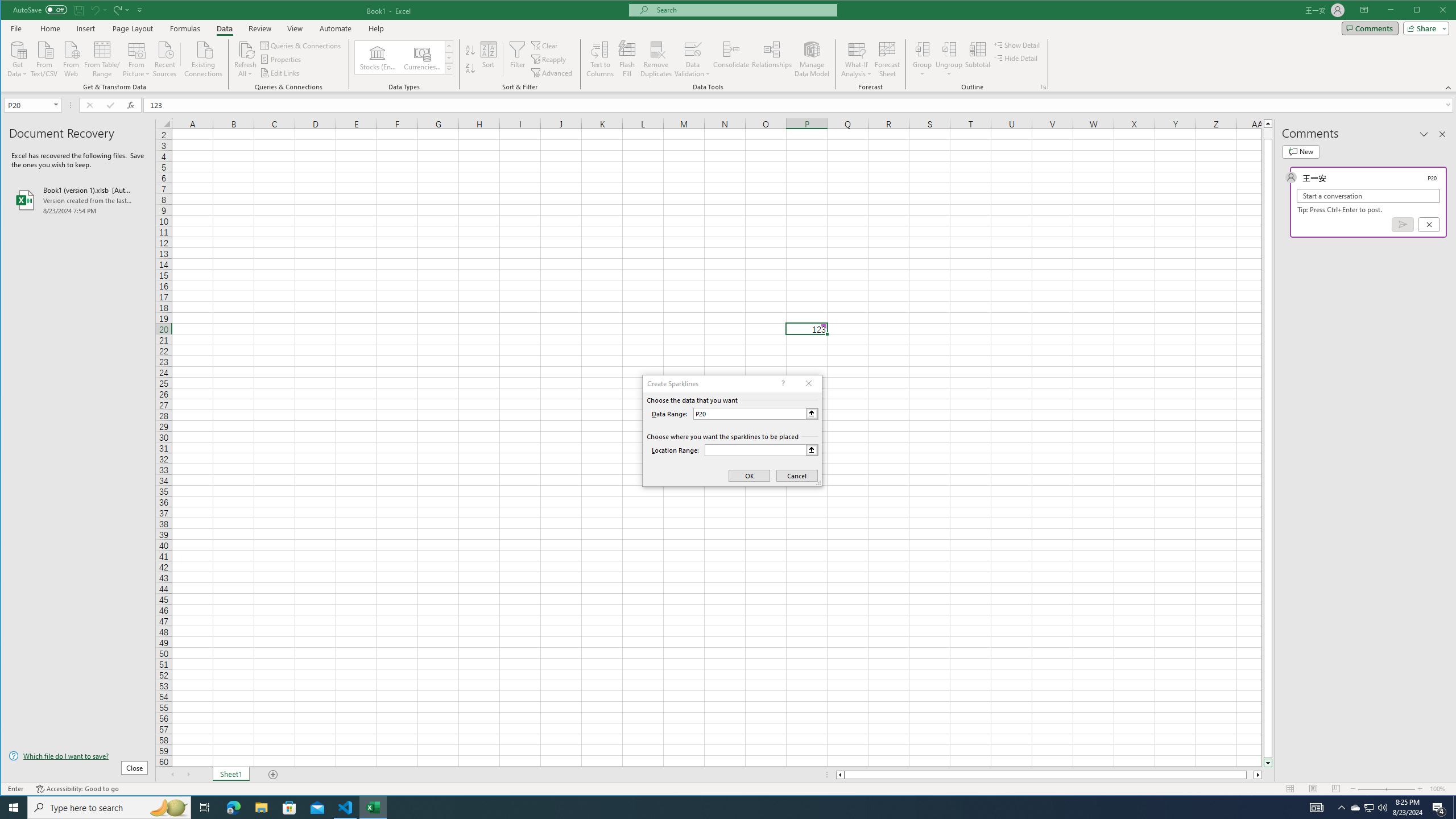  Describe the element at coordinates (887, 59) in the screenshot. I see `'Forecast Sheet'` at that location.